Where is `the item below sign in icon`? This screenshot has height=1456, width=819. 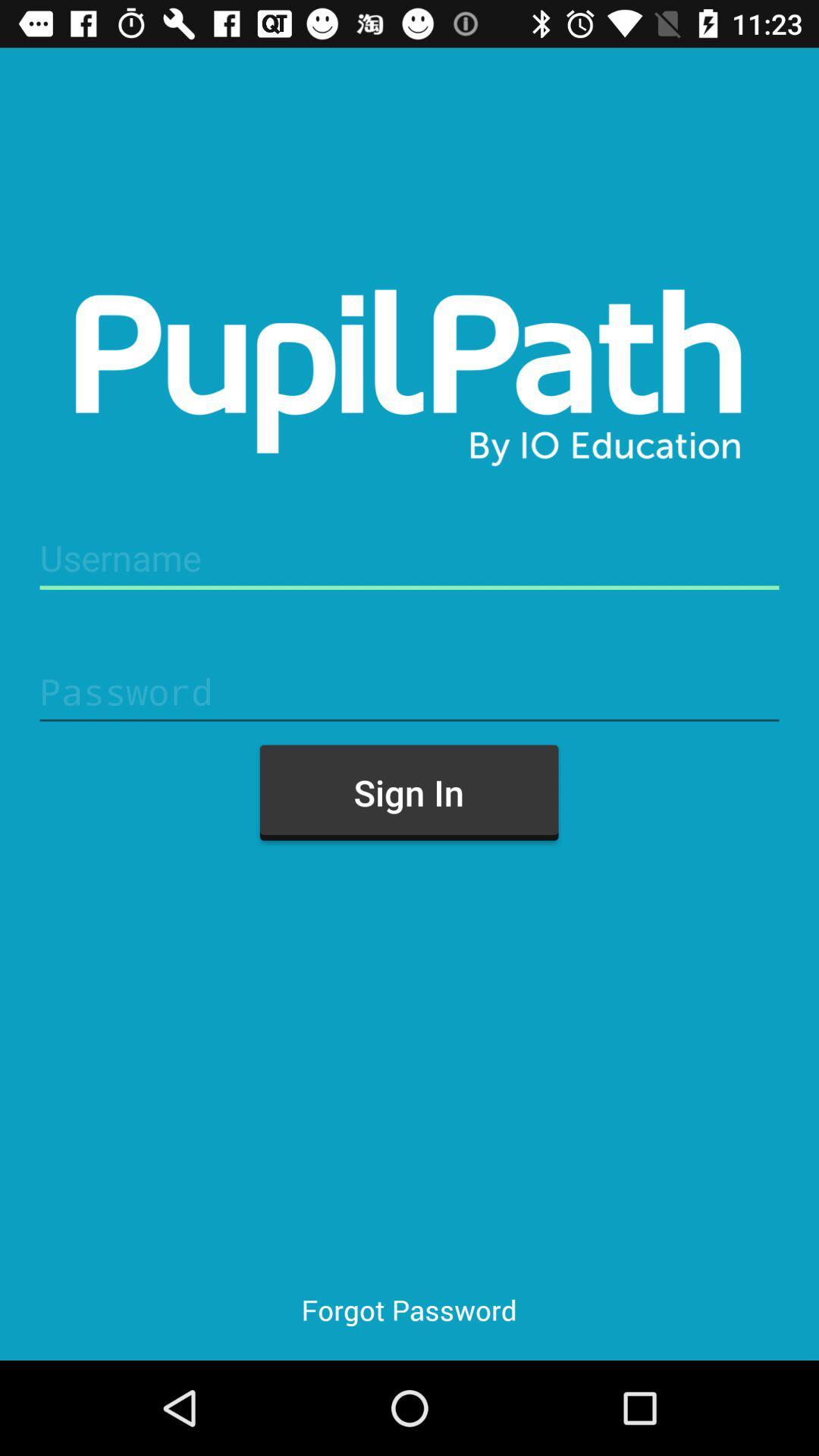 the item below sign in icon is located at coordinates (408, 1309).